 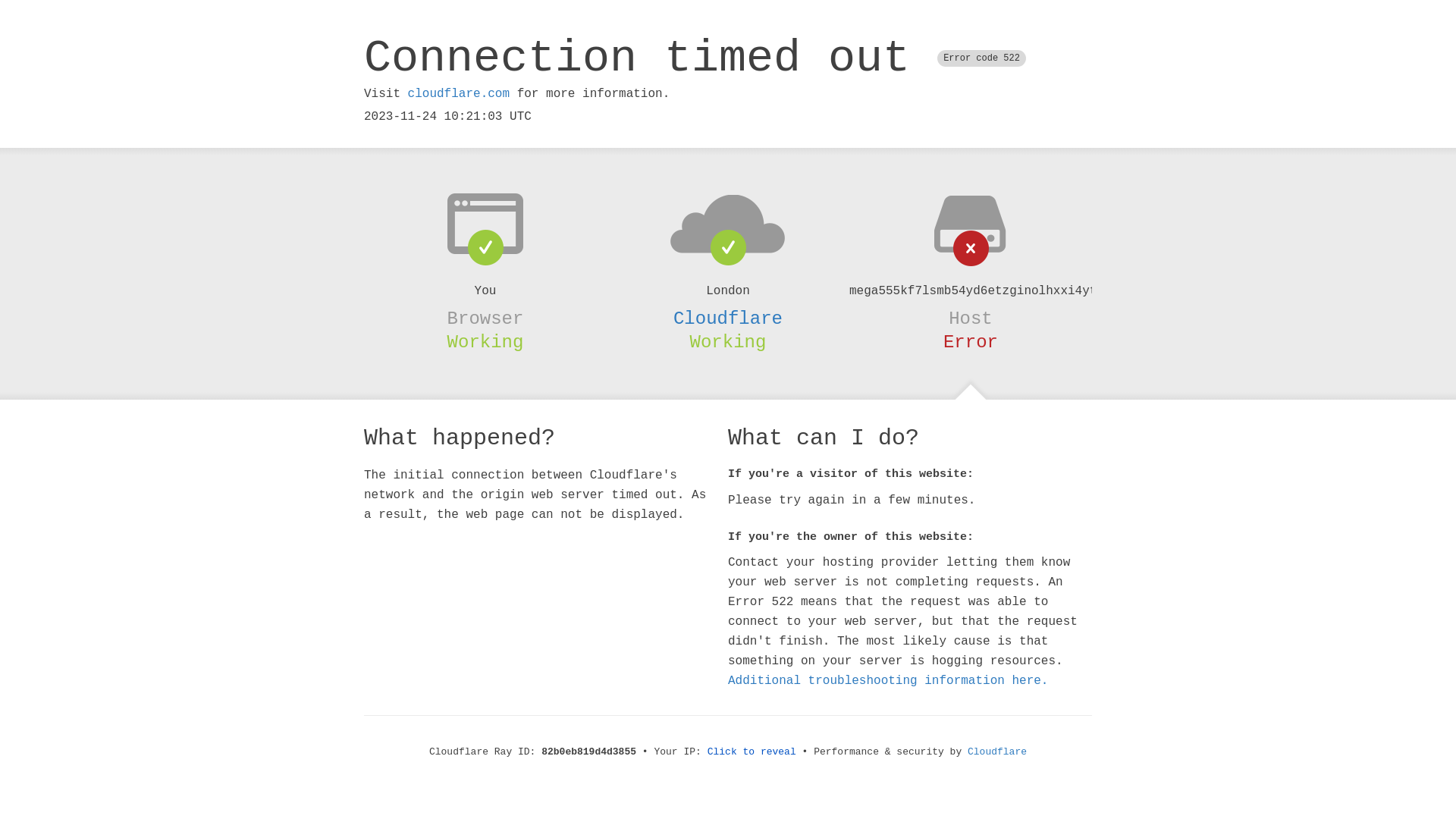 I want to click on 'Cloudflare', so click(x=997, y=752).